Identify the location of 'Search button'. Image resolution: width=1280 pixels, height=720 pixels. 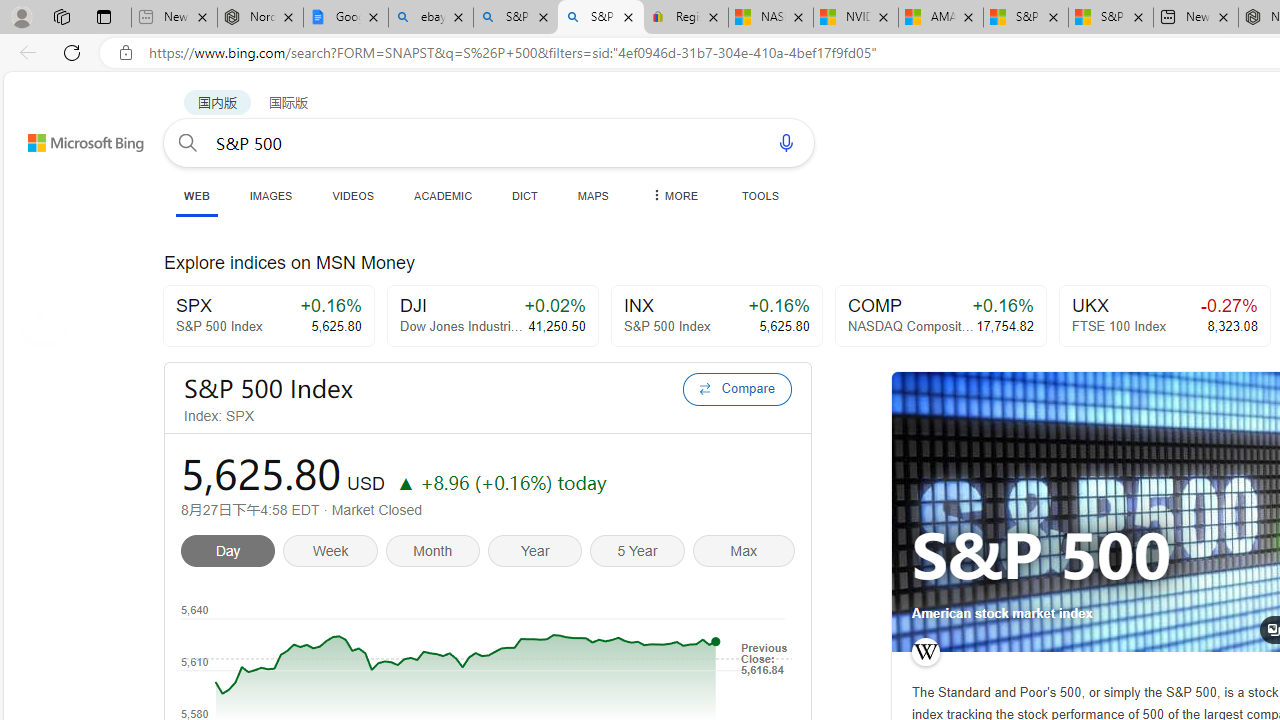
(187, 141).